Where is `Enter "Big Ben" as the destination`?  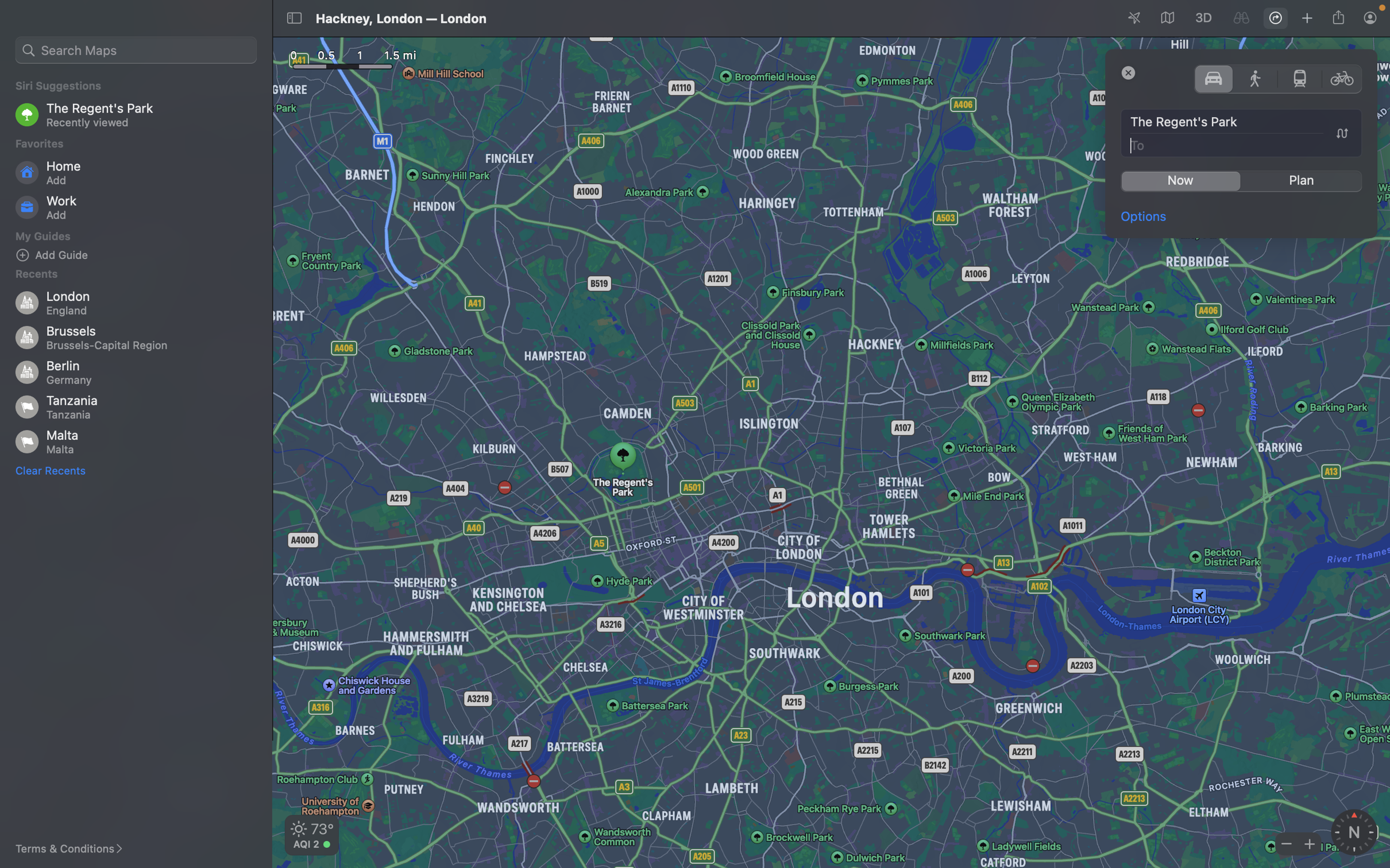
Enter "Big Ben" as the destination is located at coordinates (1242, 144).